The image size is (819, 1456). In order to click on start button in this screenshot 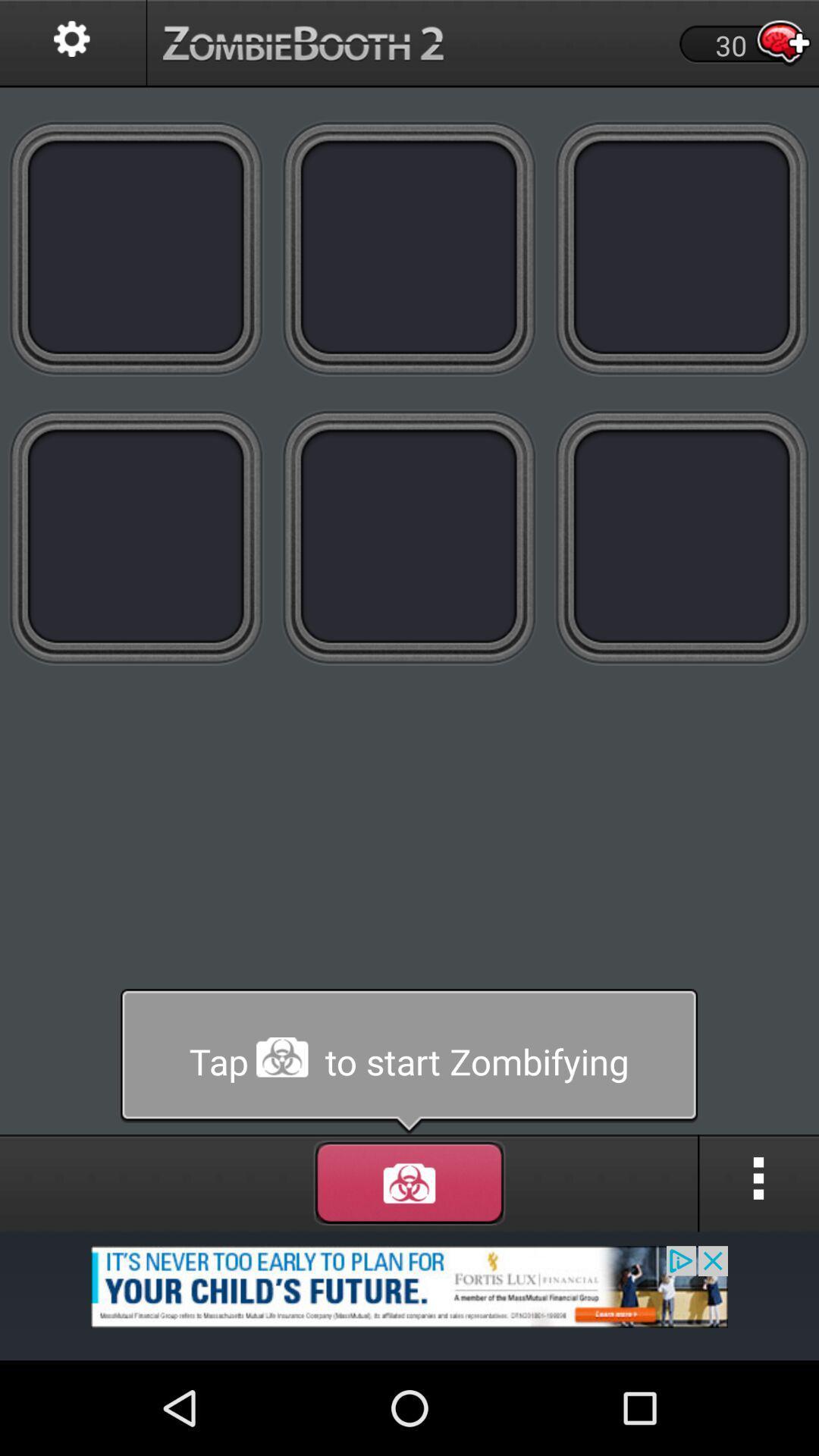, I will do `click(408, 1061)`.